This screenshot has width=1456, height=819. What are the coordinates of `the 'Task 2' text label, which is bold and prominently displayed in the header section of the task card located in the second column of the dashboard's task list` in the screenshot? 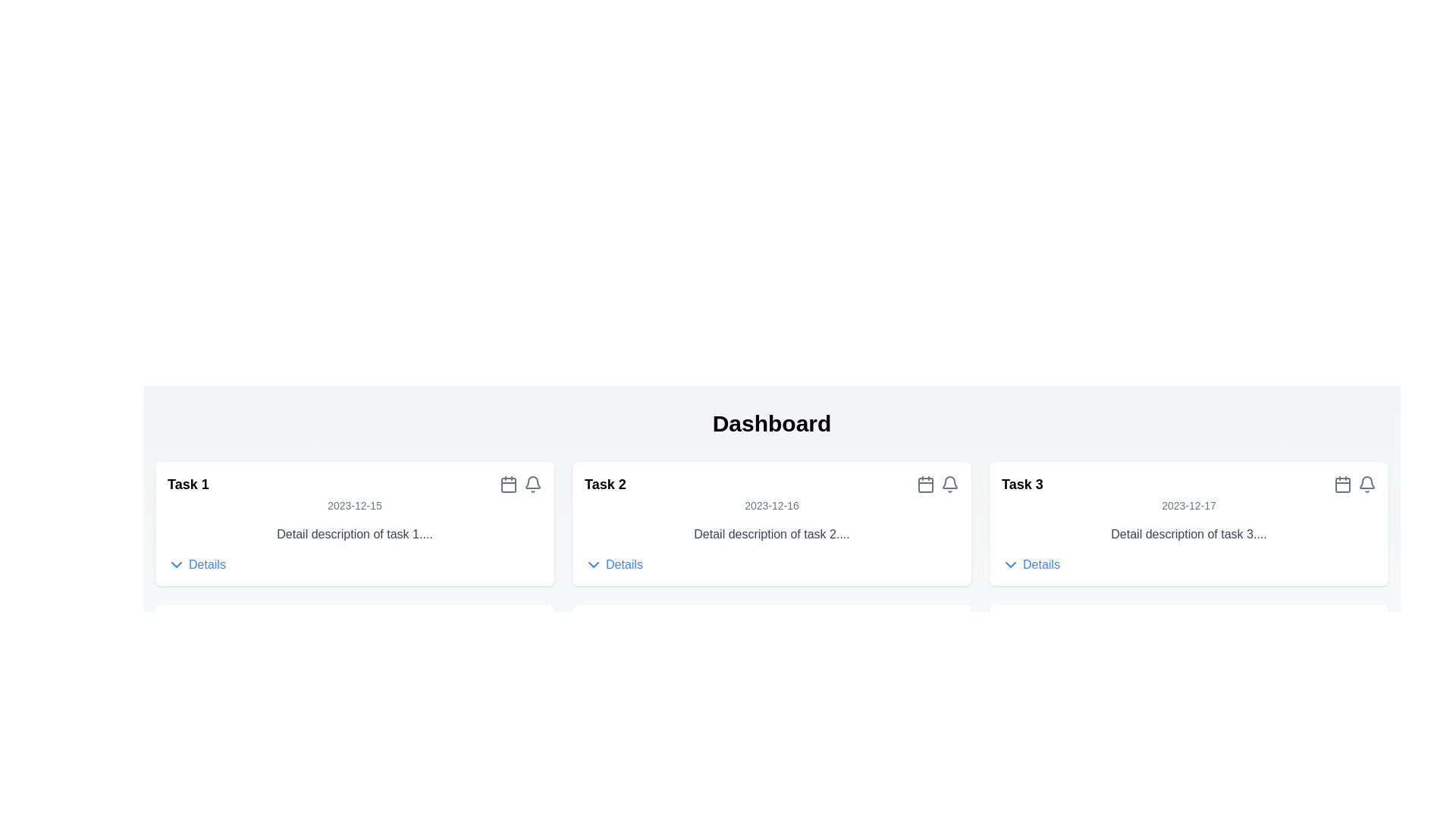 It's located at (604, 485).